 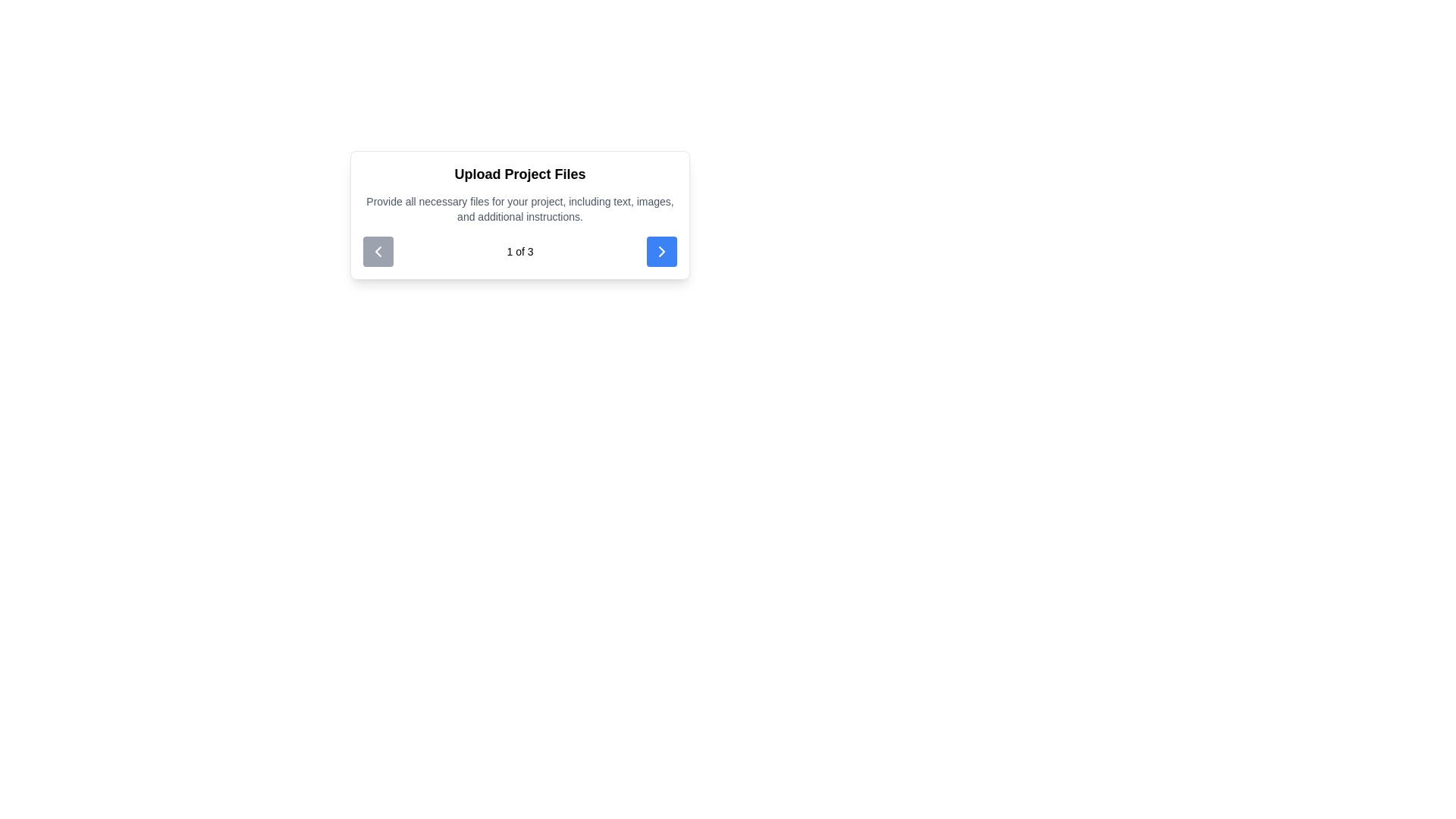 I want to click on the right-pointing arrow icon inside the blue rounded rectangular button located at the bottom-right corner of the card that displays 'Upload Project Files', so click(x=662, y=250).